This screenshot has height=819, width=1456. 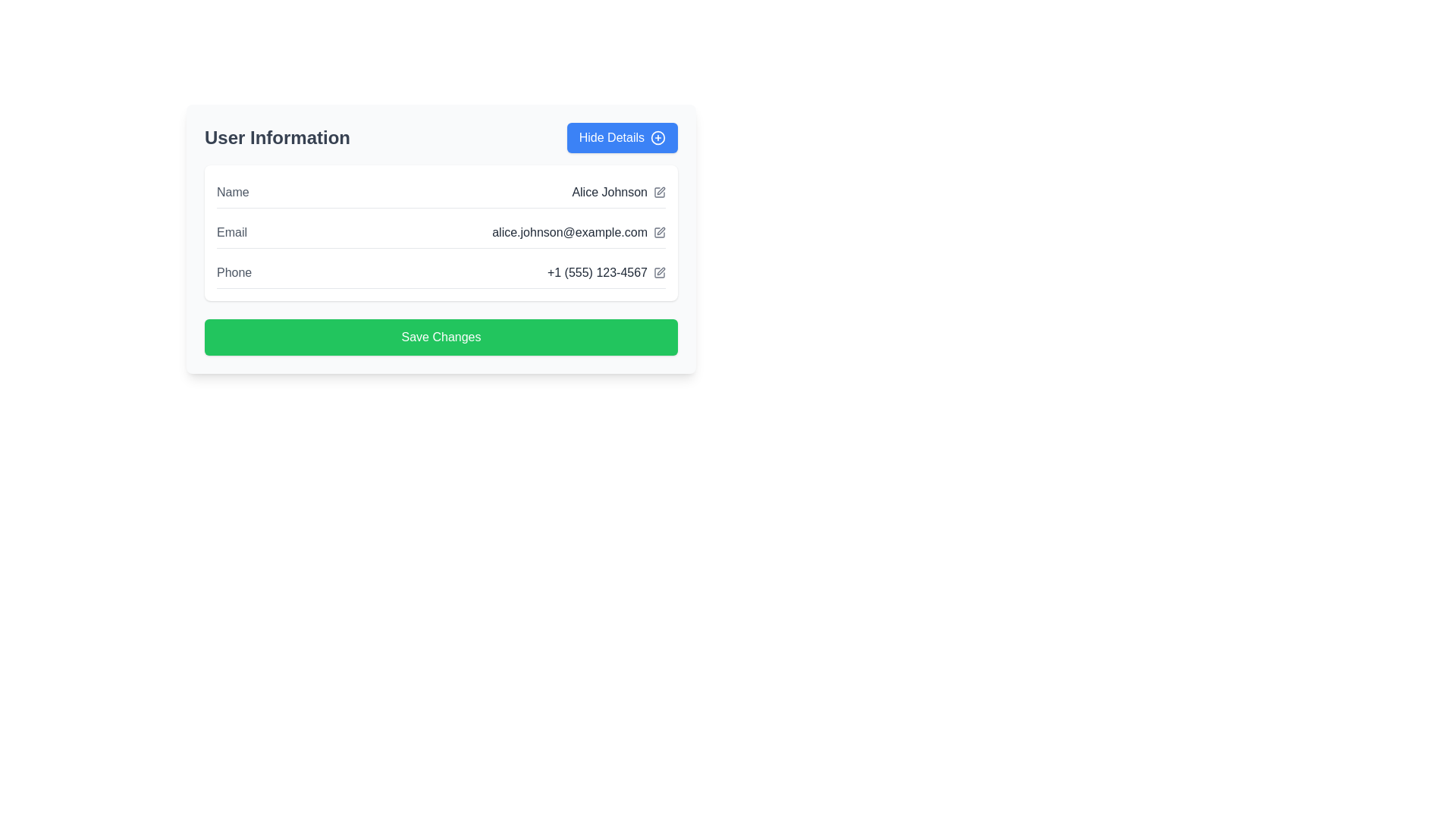 I want to click on the 'Name' text label, which is a medium gray-colored label positioned to the left of 'Alice Johnson' in the user information section, so click(x=232, y=192).